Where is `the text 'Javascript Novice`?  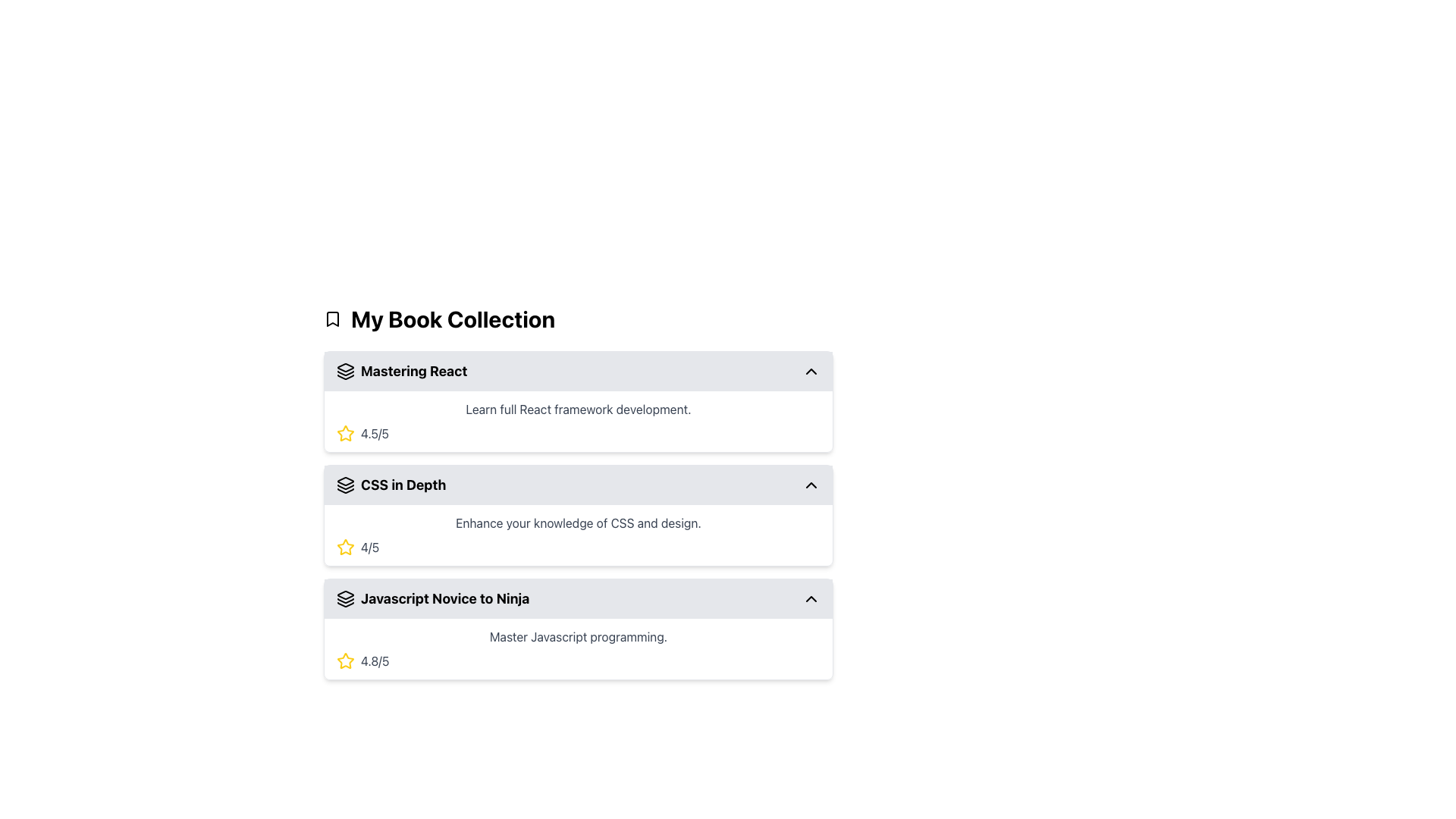
the text 'Javascript Novice is located at coordinates (432, 598).